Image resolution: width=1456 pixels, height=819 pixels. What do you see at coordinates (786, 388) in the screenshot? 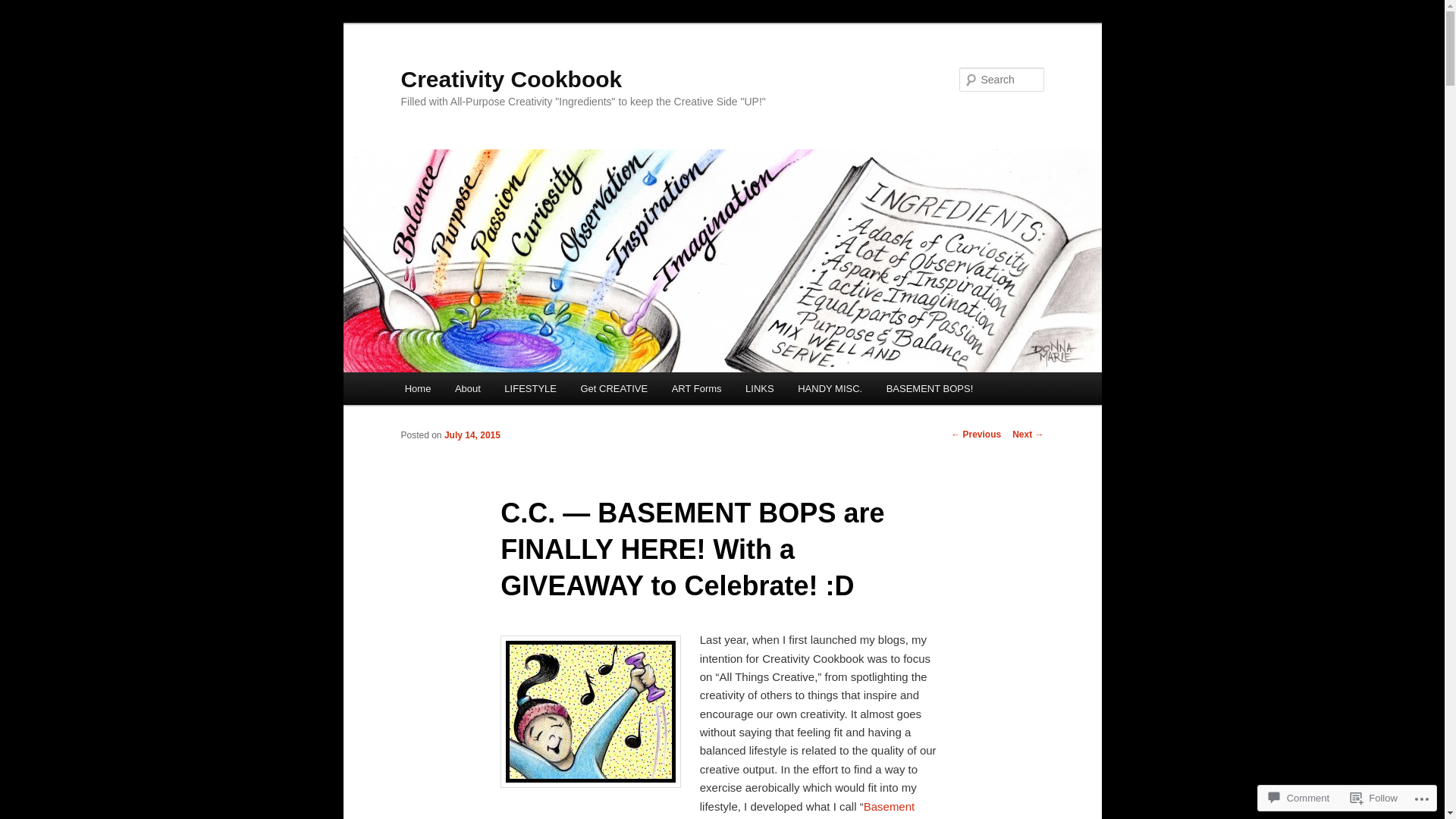
I see `'HANDY MISC.'` at bounding box center [786, 388].